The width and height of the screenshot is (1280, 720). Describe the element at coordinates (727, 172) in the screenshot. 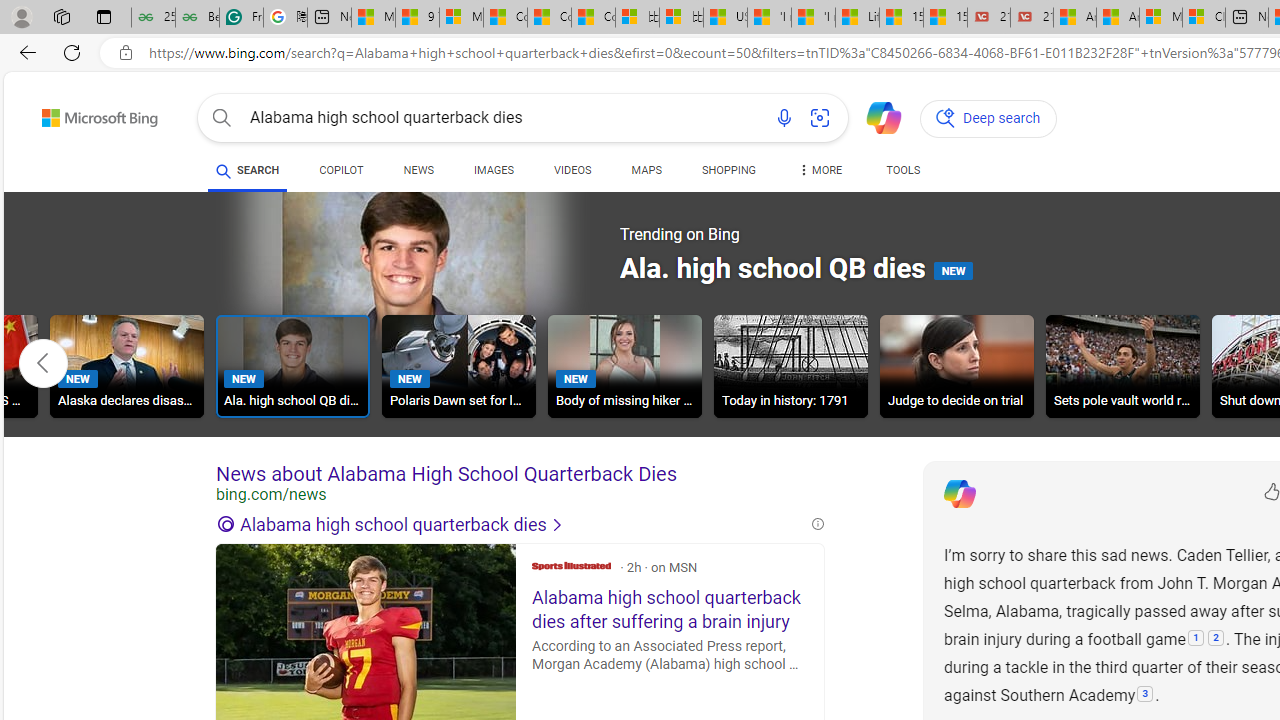

I see `'SHOPPING'` at that location.